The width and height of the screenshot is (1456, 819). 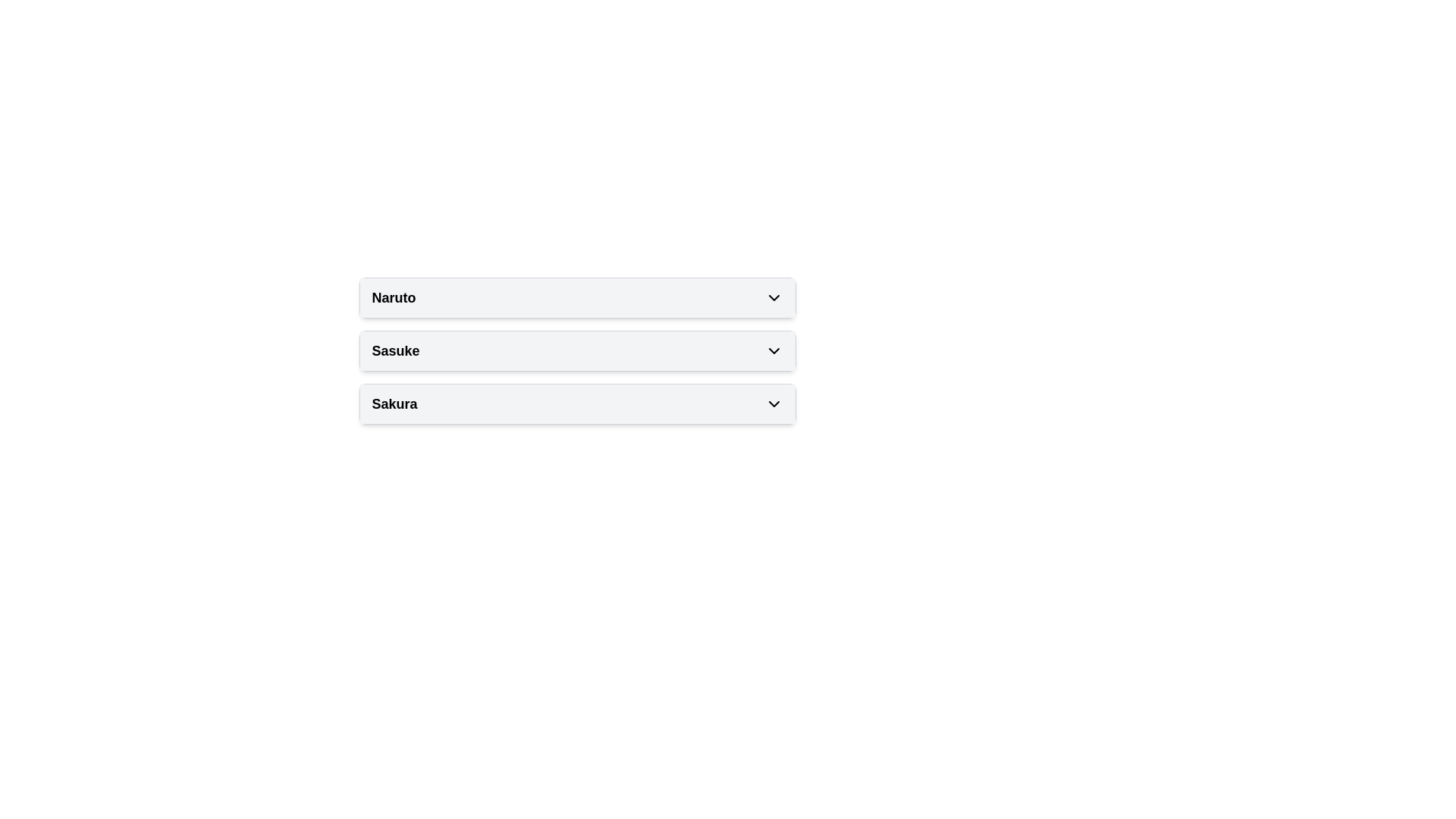 I want to click on the 'Sakura' dropdown menu button, which is the third item in a vertical list of similar dropdown components, so click(x=576, y=403).